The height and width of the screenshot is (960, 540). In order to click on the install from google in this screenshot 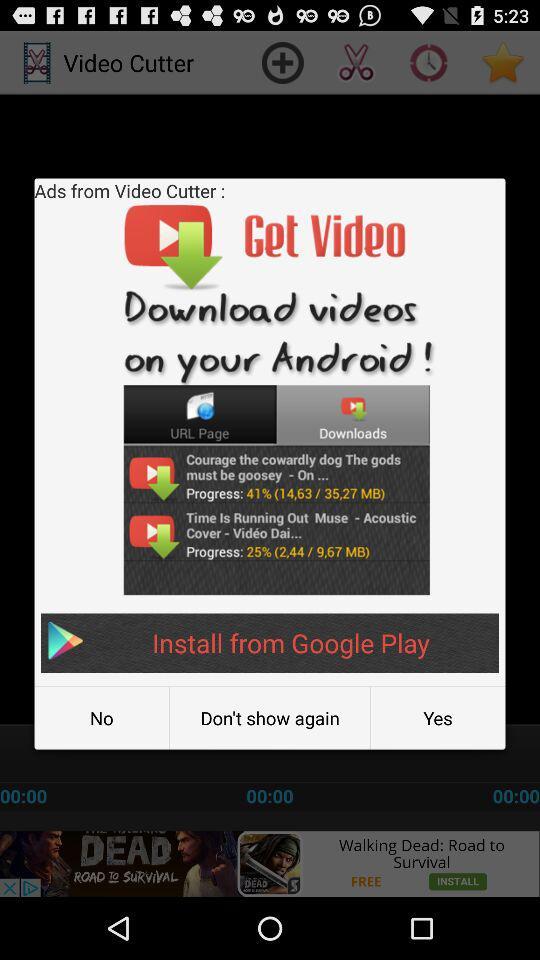, I will do `click(270, 642)`.